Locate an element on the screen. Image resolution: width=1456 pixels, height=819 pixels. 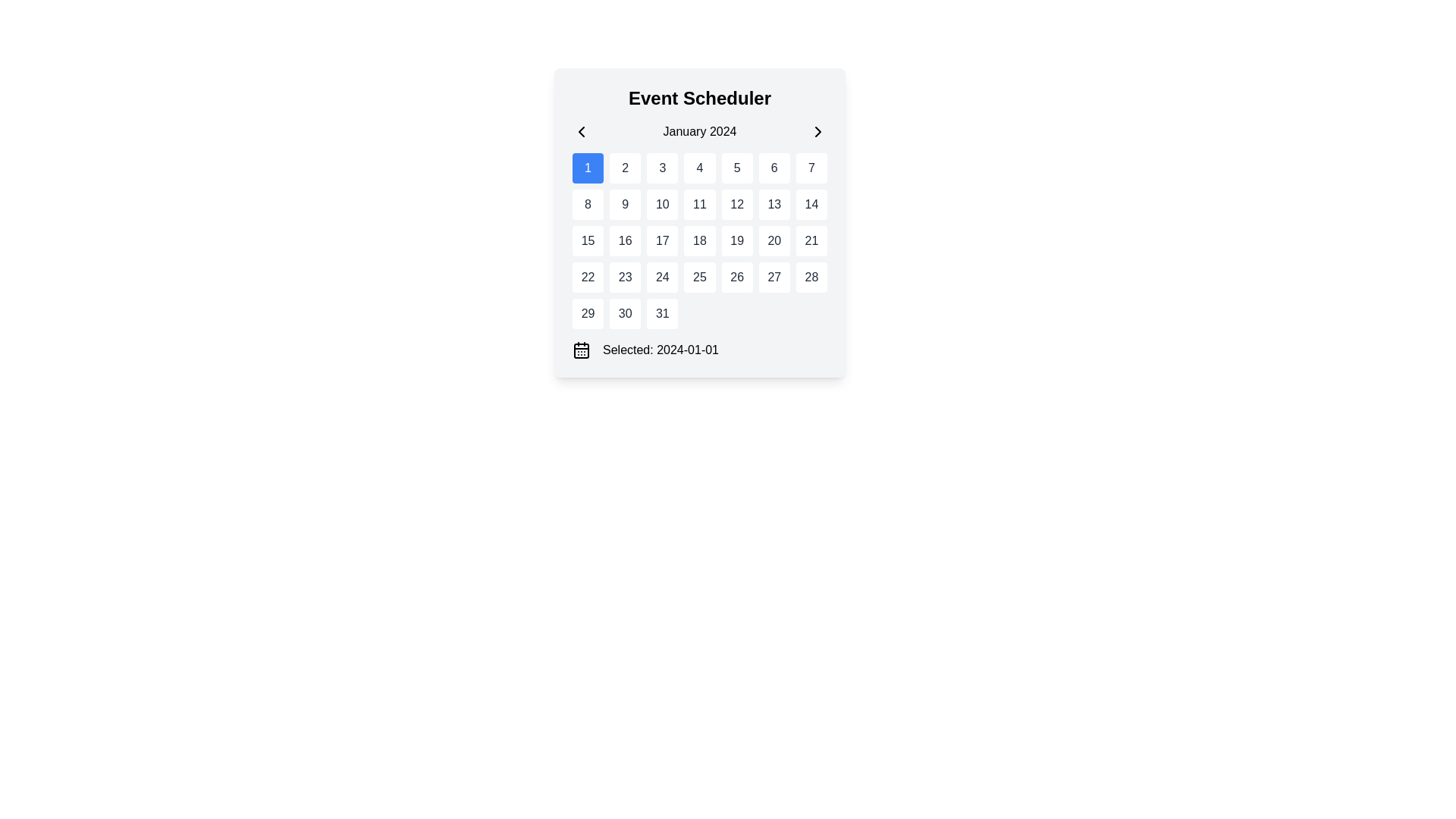
a date in the Calendar Widget by clicking on it, which is displayed as 'January 2024' with navigational arrows on either side is located at coordinates (698, 222).